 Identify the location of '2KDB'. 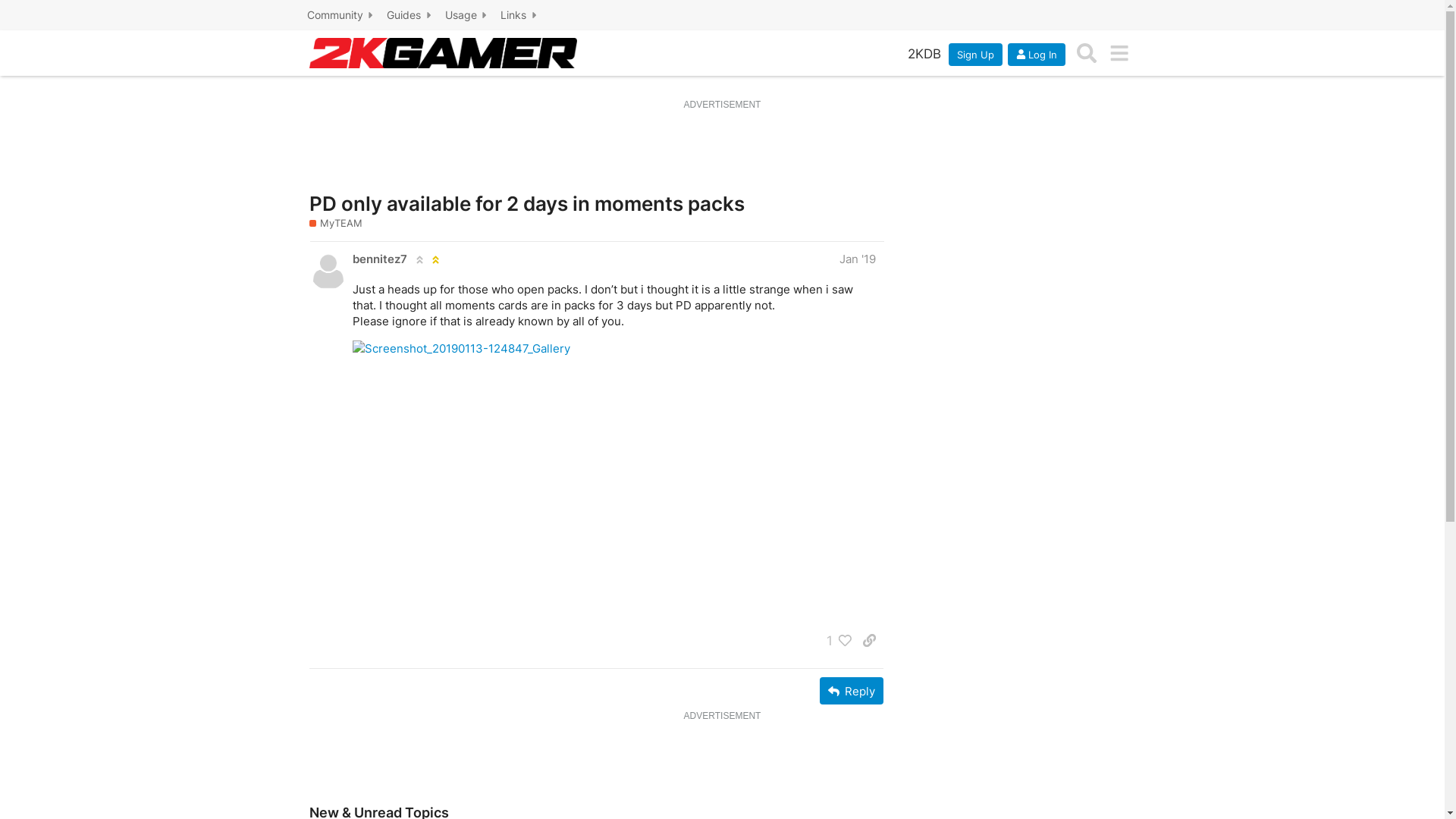
(899, 52).